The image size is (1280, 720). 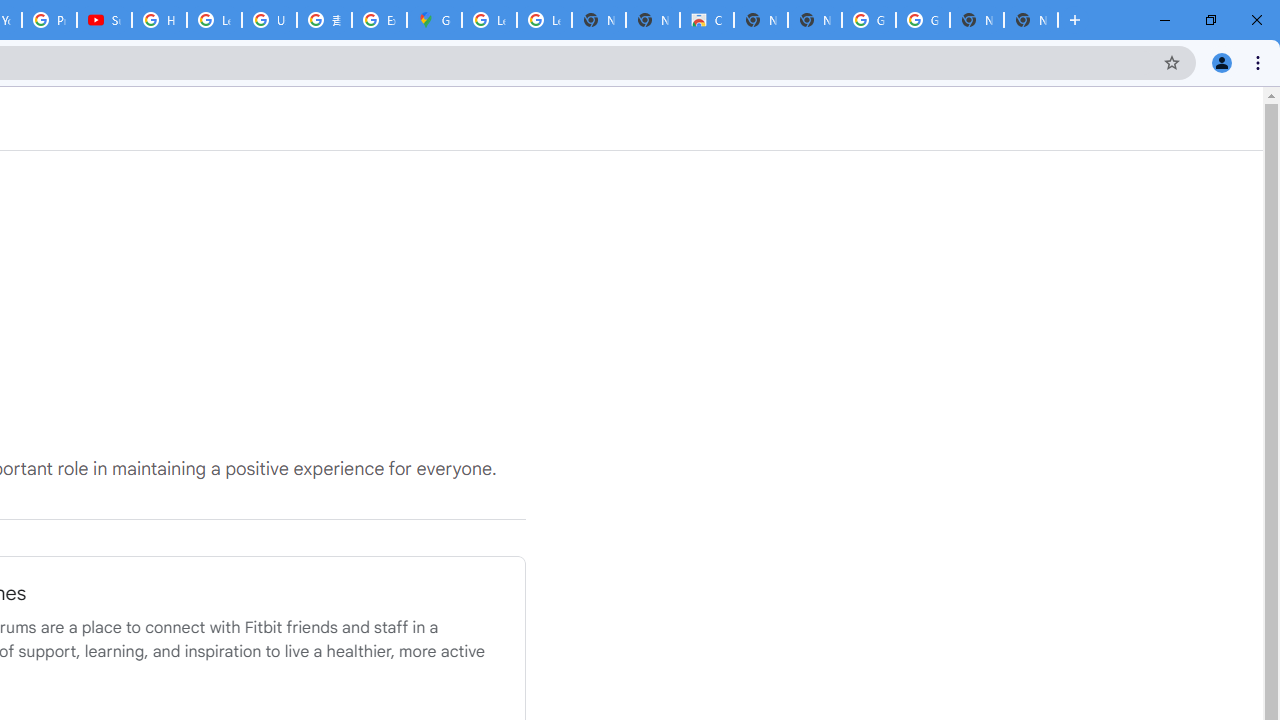 What do you see at coordinates (379, 20) in the screenshot?
I see `'Explore new street-level details - Google Maps Help'` at bounding box center [379, 20].